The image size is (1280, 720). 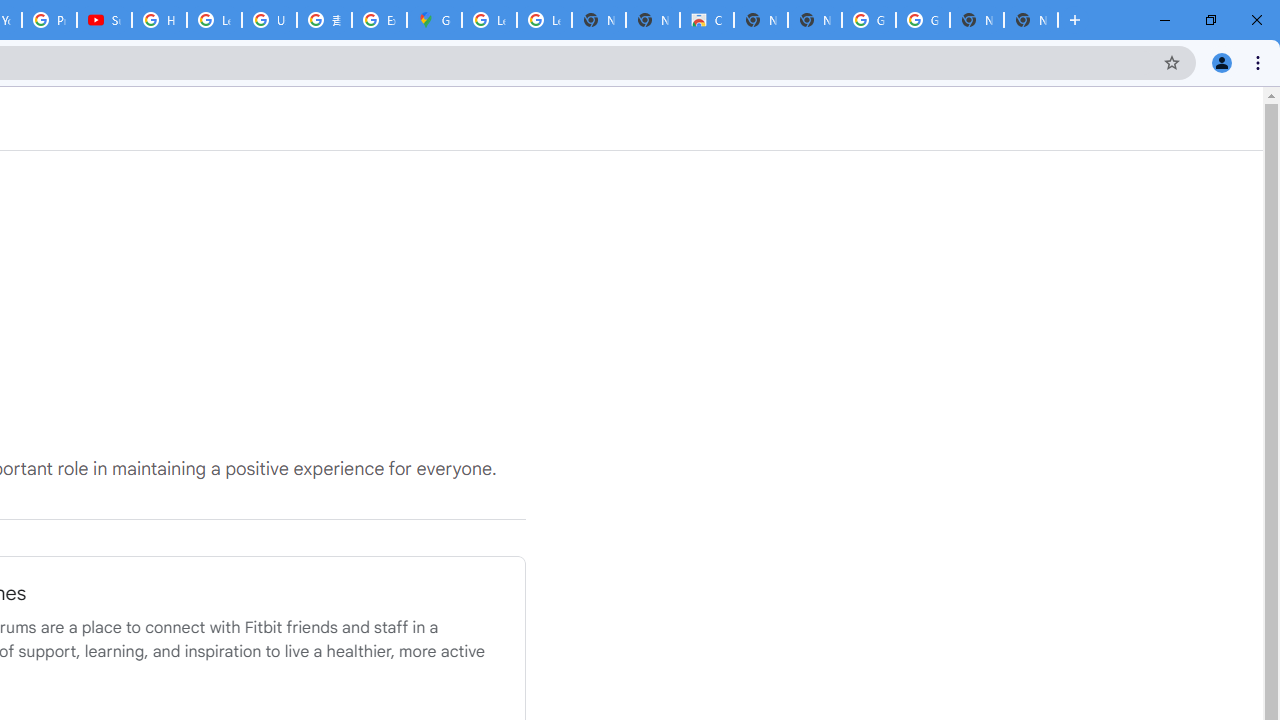 What do you see at coordinates (379, 20) in the screenshot?
I see `'Explore new street-level details - Google Maps Help'` at bounding box center [379, 20].